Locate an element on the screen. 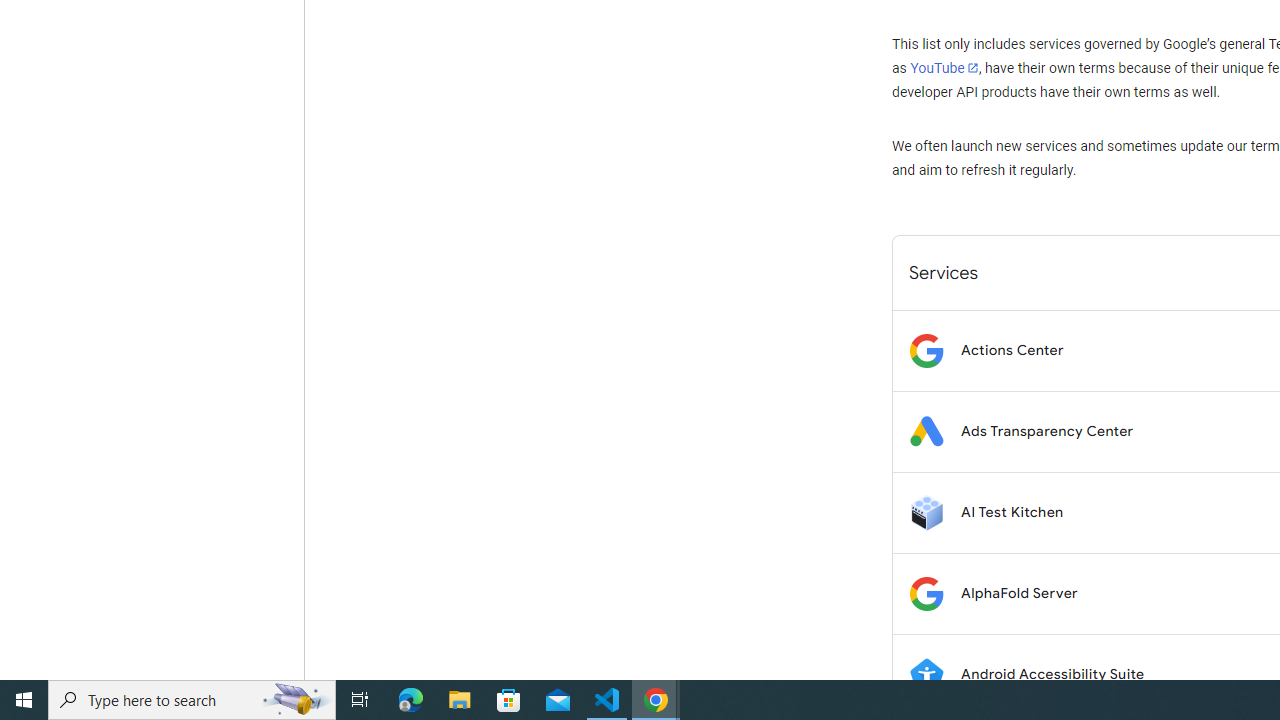  'YouTube' is located at coordinates (943, 67).